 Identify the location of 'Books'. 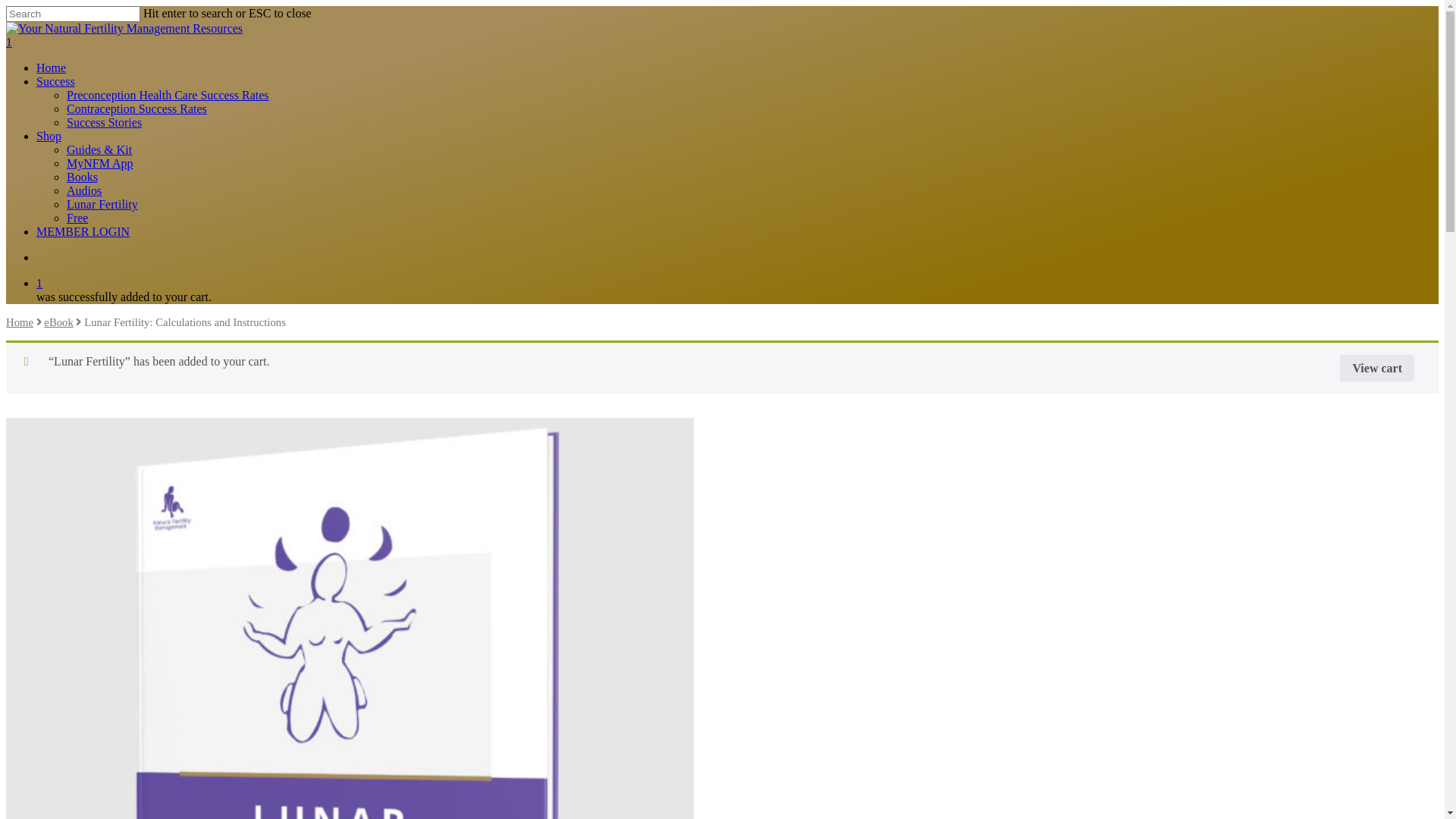
(81, 176).